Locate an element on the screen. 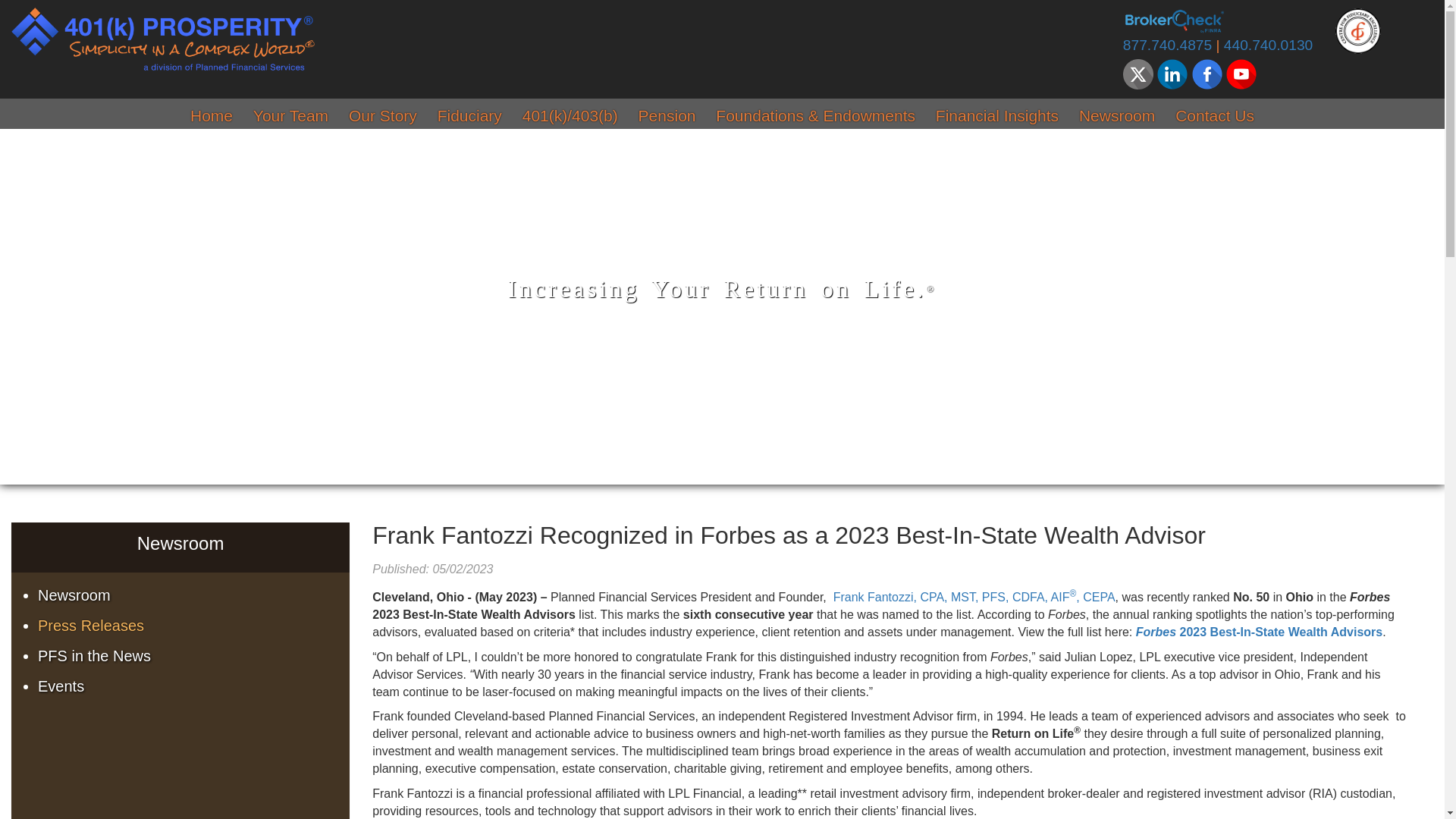 The width and height of the screenshot is (1456, 819). 'Your Team' is located at coordinates (290, 117).